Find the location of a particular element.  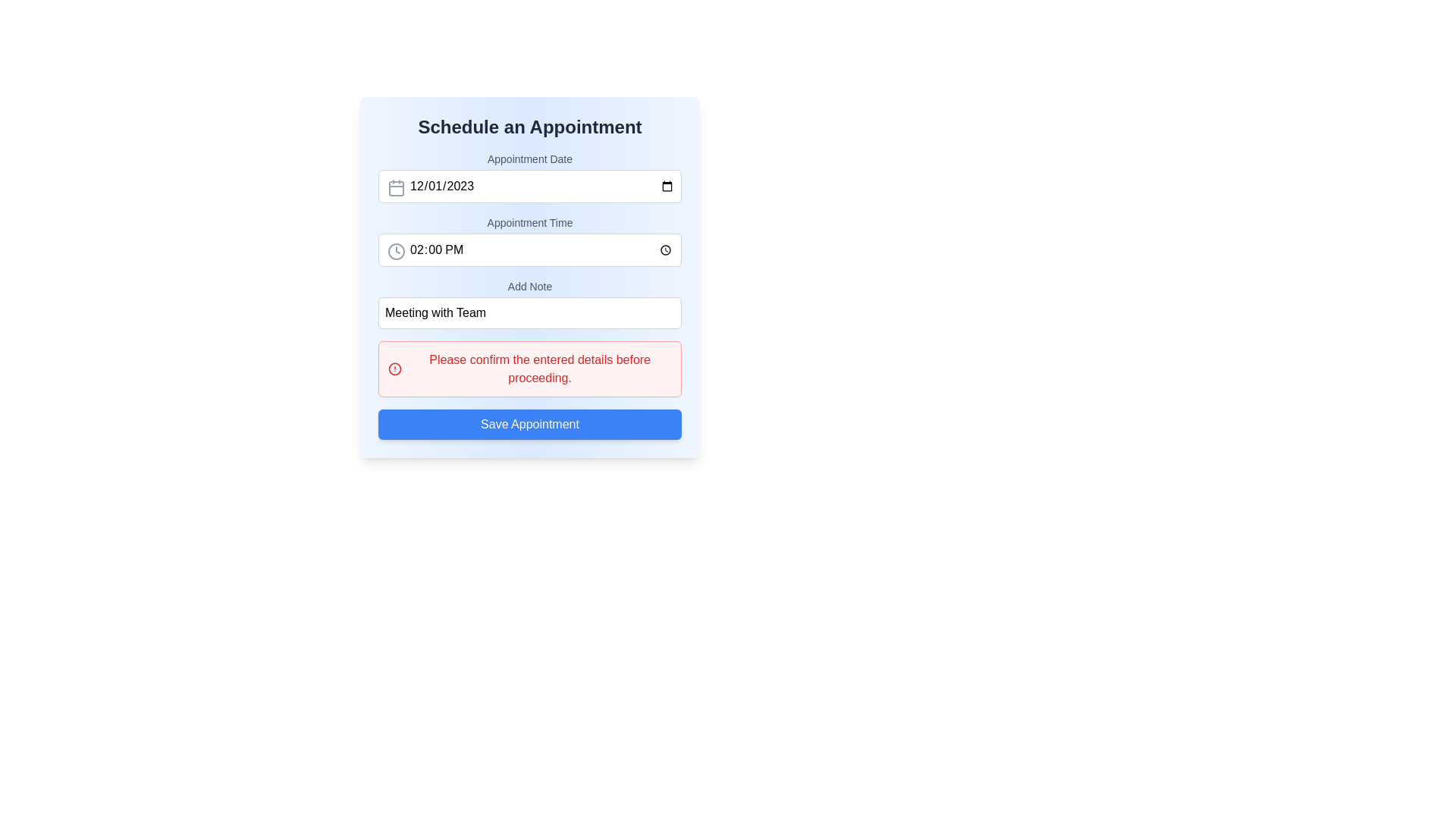

the Notification alert box that prompts the user to review entered details before proceeding with the current operation, located below the 'Add Note' input field and above the 'Save Appointment' button is located at coordinates (530, 369).